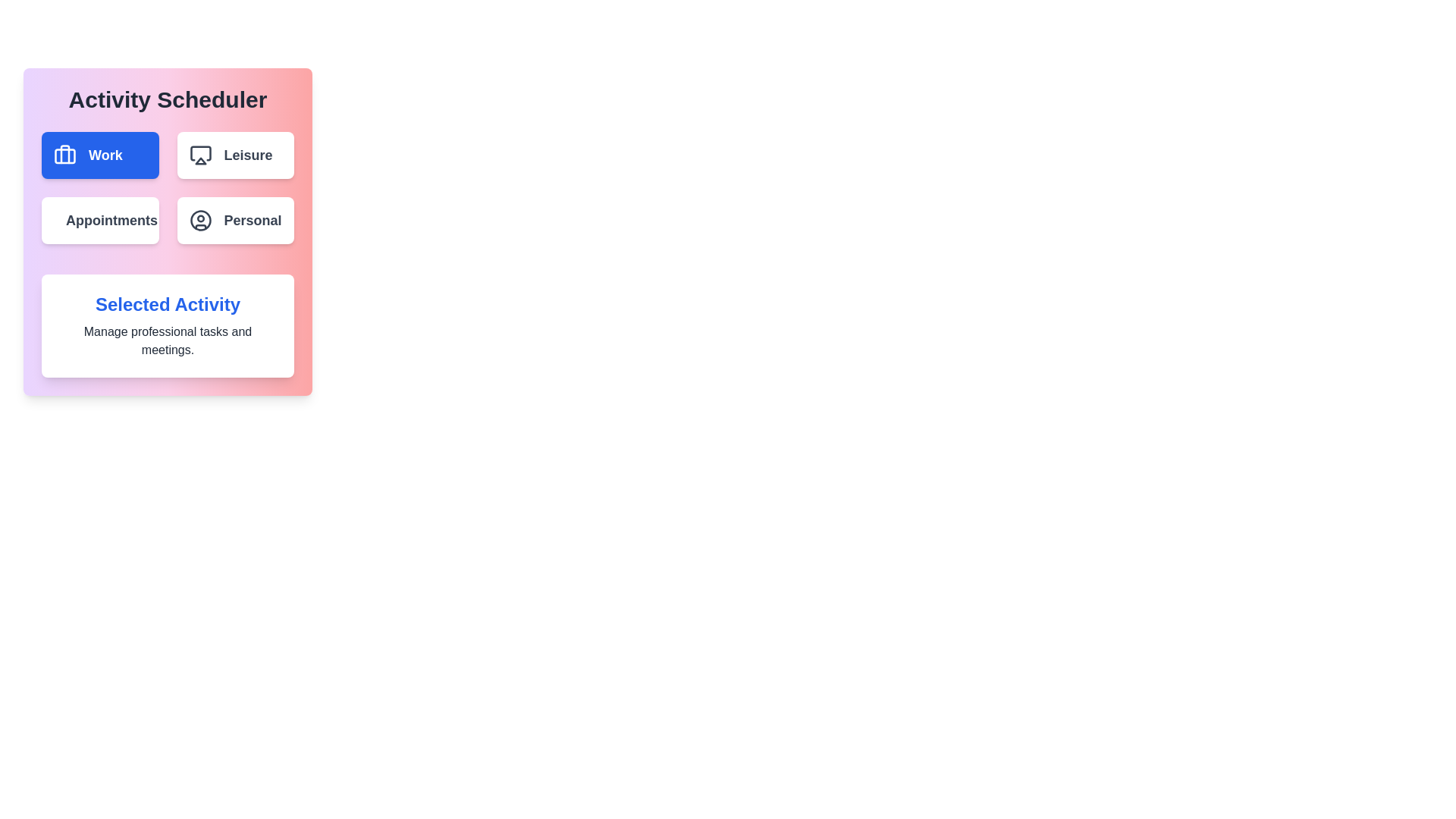 Image resolution: width=1456 pixels, height=819 pixels. Describe the element at coordinates (199, 155) in the screenshot. I see `the 'Leisure' activity icon located within the button in the second column, first row of the grid under 'Activity Scheduler'` at that location.